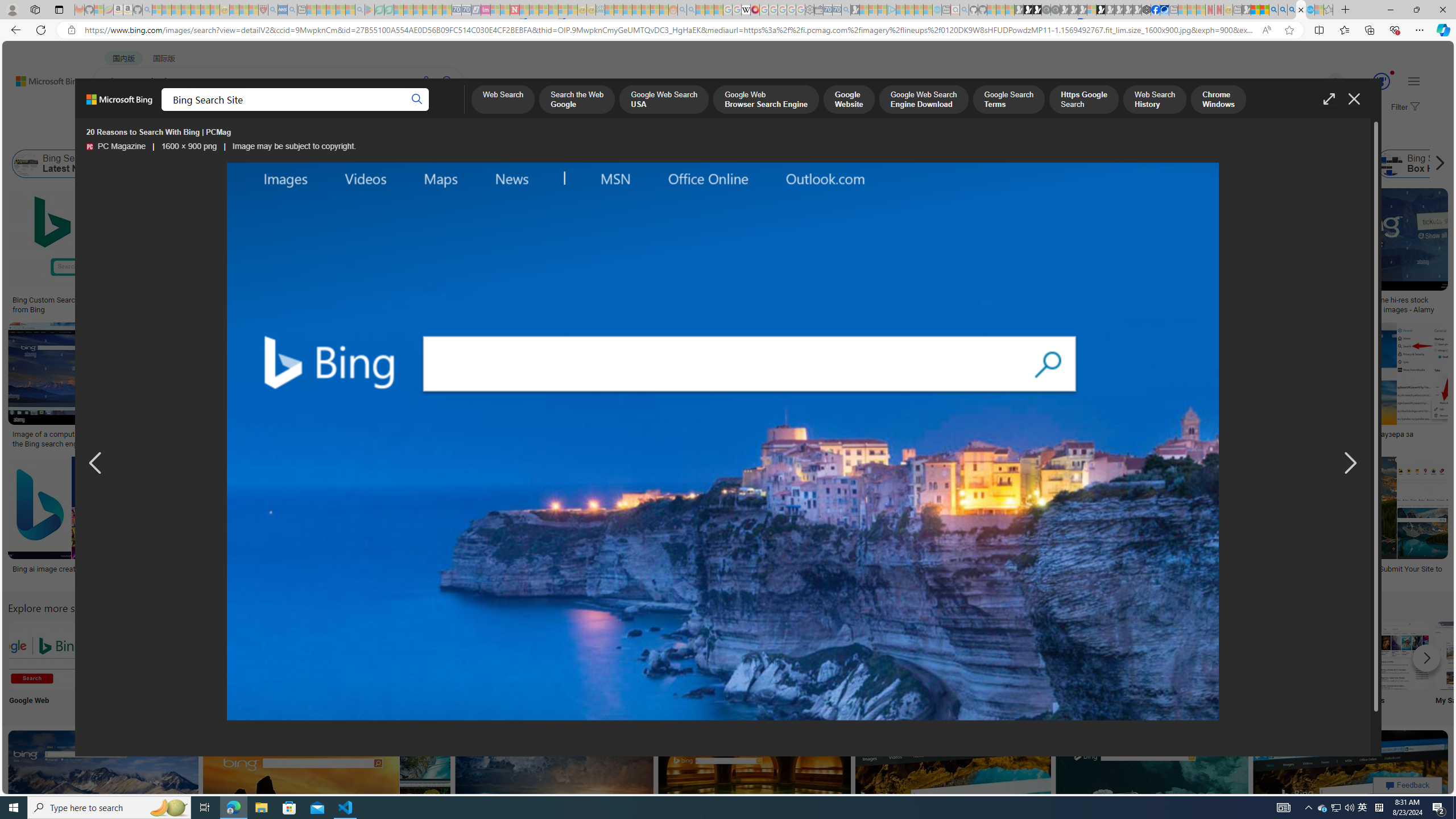 The image size is (1456, 819). Describe the element at coordinates (47, 568) in the screenshot. I see `'Bing ai image creator'` at that location.